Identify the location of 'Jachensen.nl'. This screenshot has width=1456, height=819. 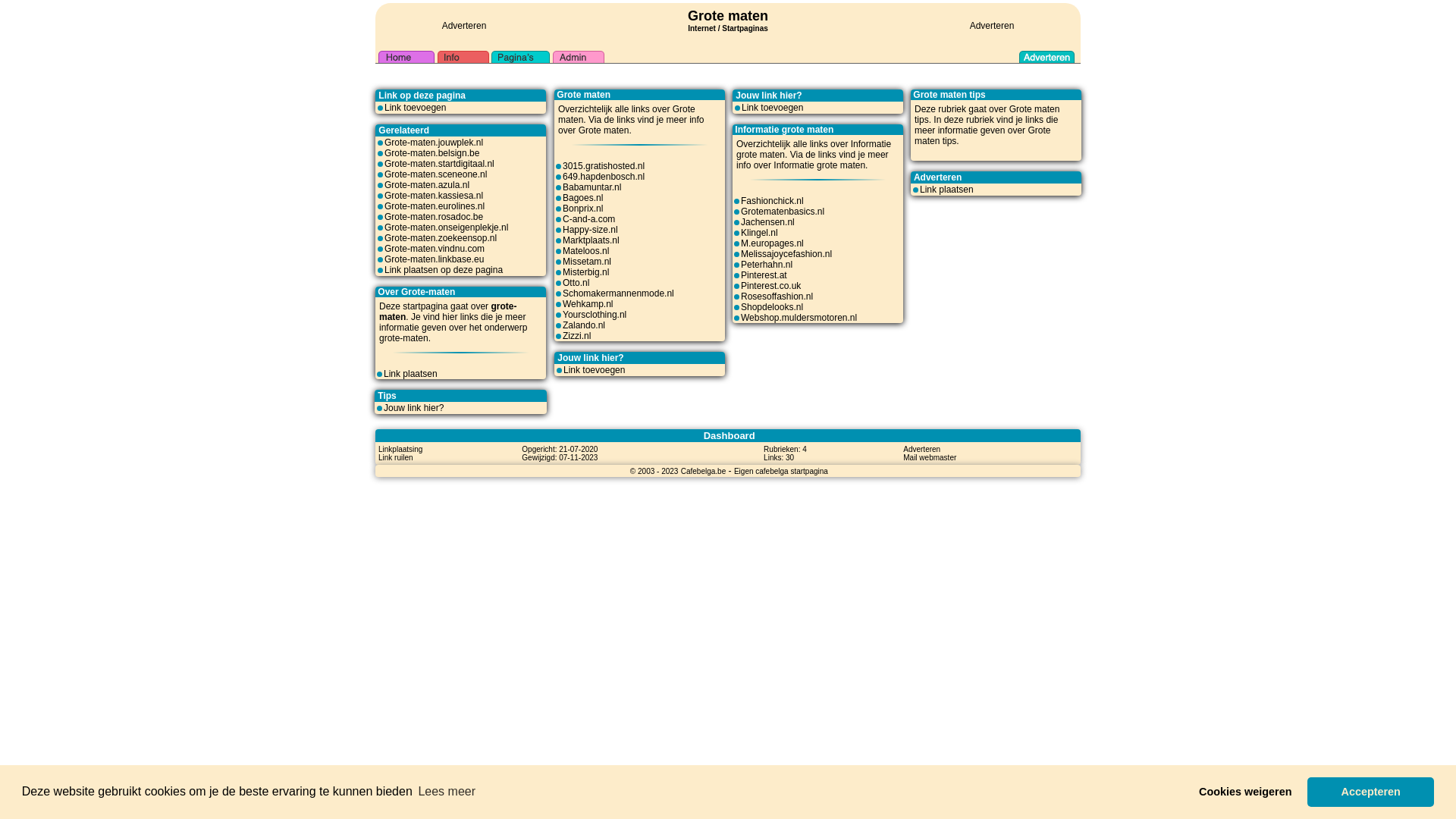
(767, 222).